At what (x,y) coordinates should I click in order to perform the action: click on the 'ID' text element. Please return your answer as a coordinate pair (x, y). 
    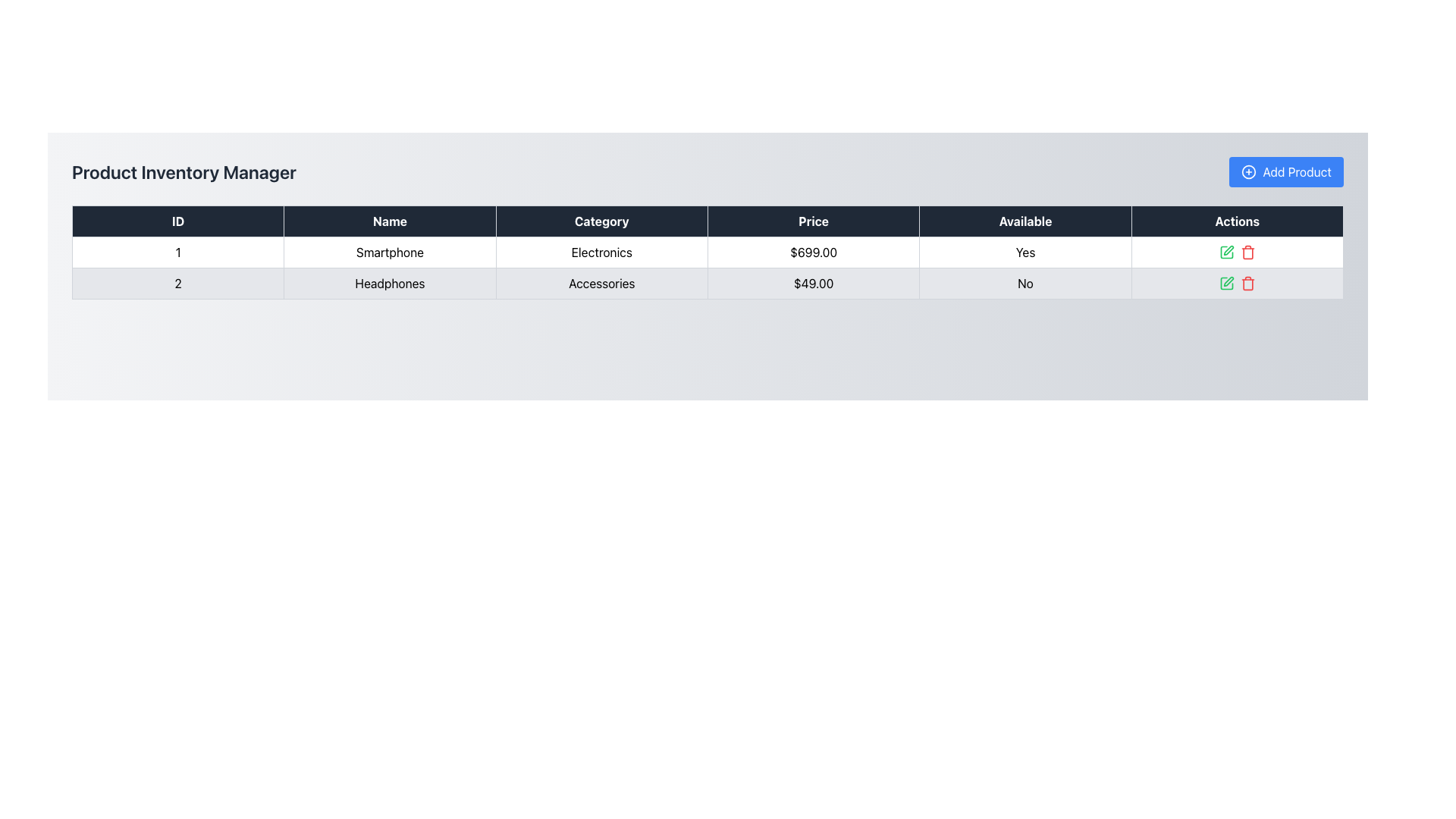
    Looking at the image, I should click on (178, 284).